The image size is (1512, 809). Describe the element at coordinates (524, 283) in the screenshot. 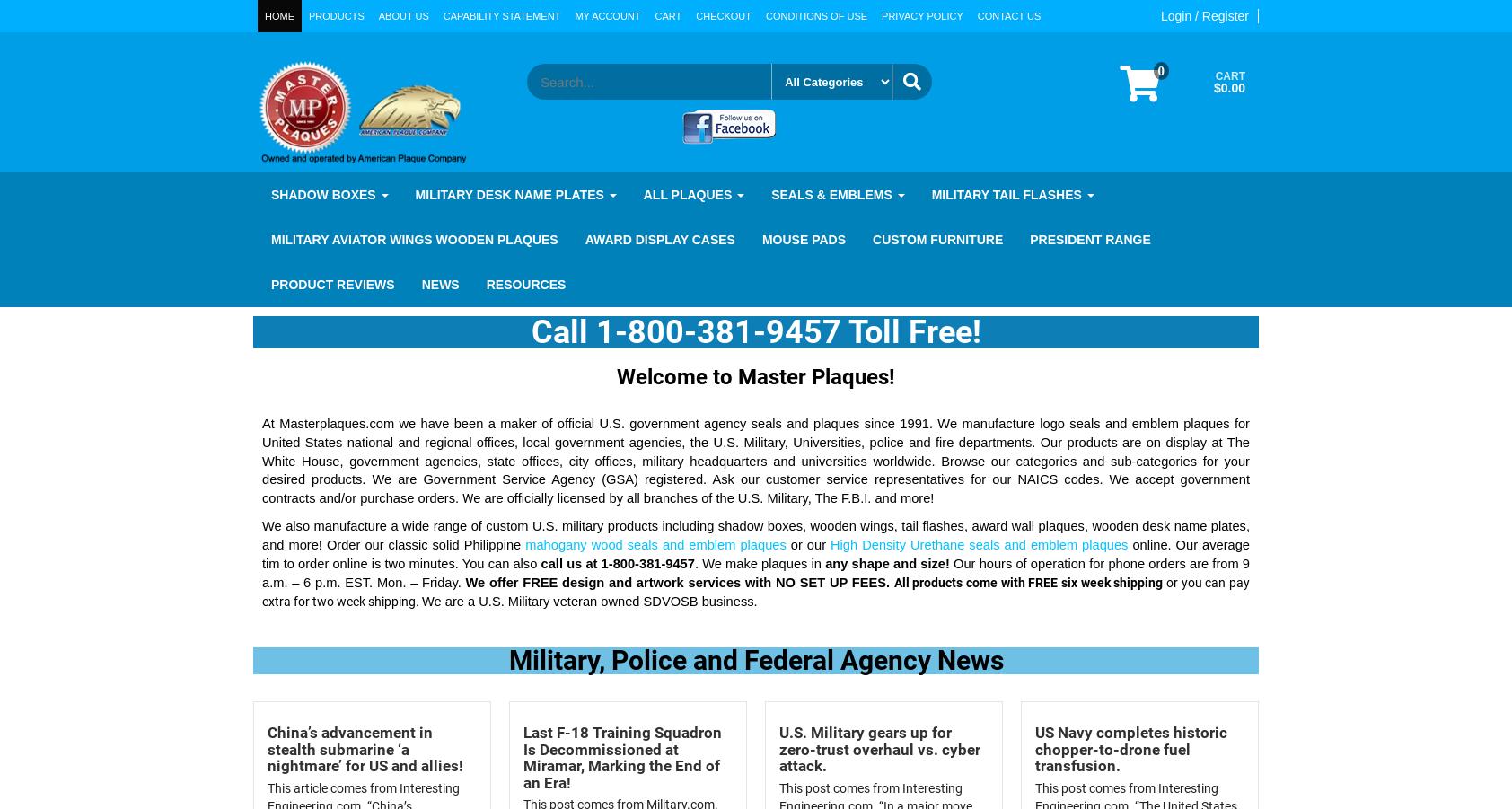

I see `'Resources'` at that location.